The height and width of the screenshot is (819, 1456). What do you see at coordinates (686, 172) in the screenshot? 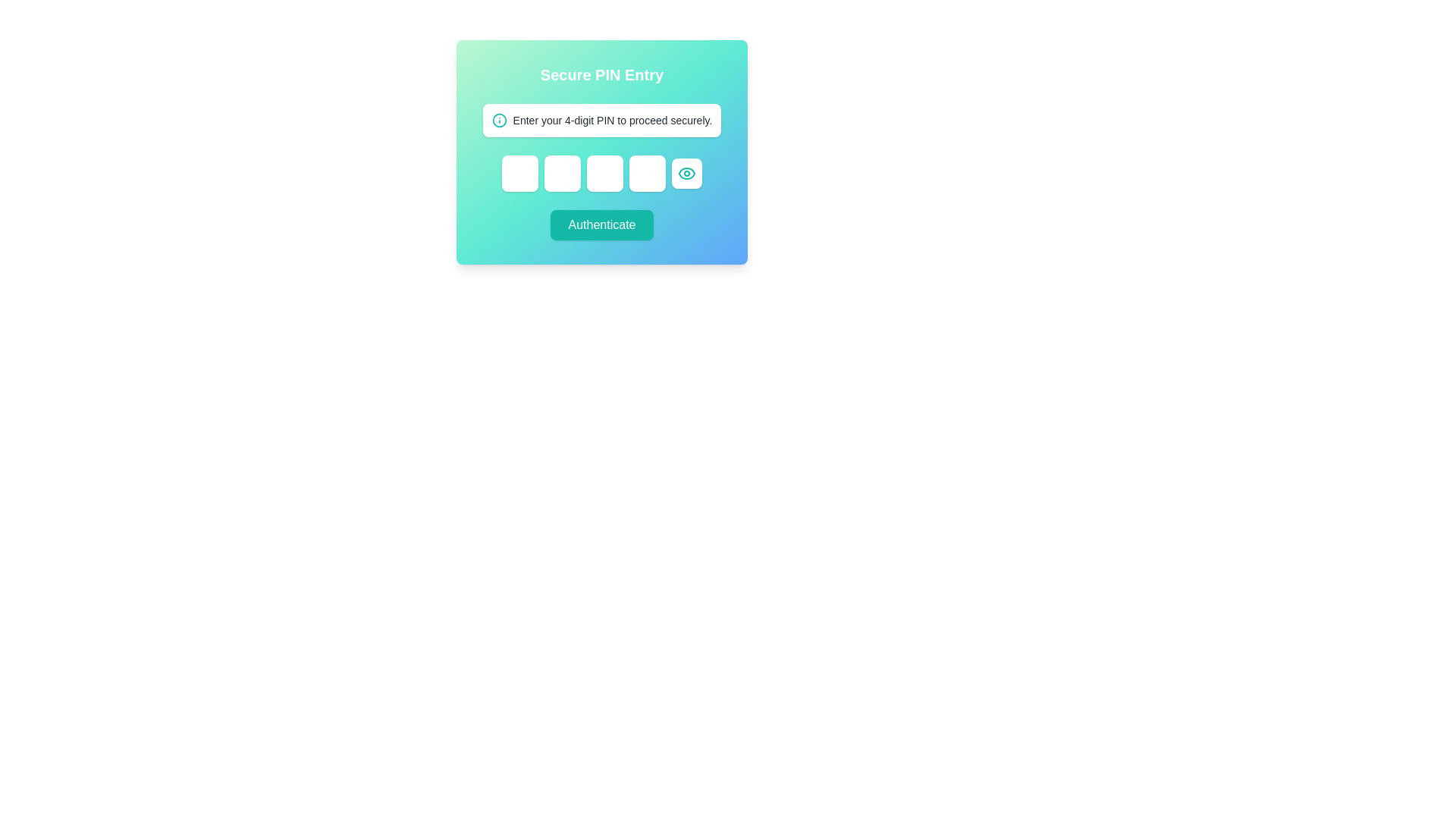
I see `the toggle visibility button for the entered PIN input, which is located to the right of the last PIN input field in the horizontal arrangement of PIN fields` at bounding box center [686, 172].